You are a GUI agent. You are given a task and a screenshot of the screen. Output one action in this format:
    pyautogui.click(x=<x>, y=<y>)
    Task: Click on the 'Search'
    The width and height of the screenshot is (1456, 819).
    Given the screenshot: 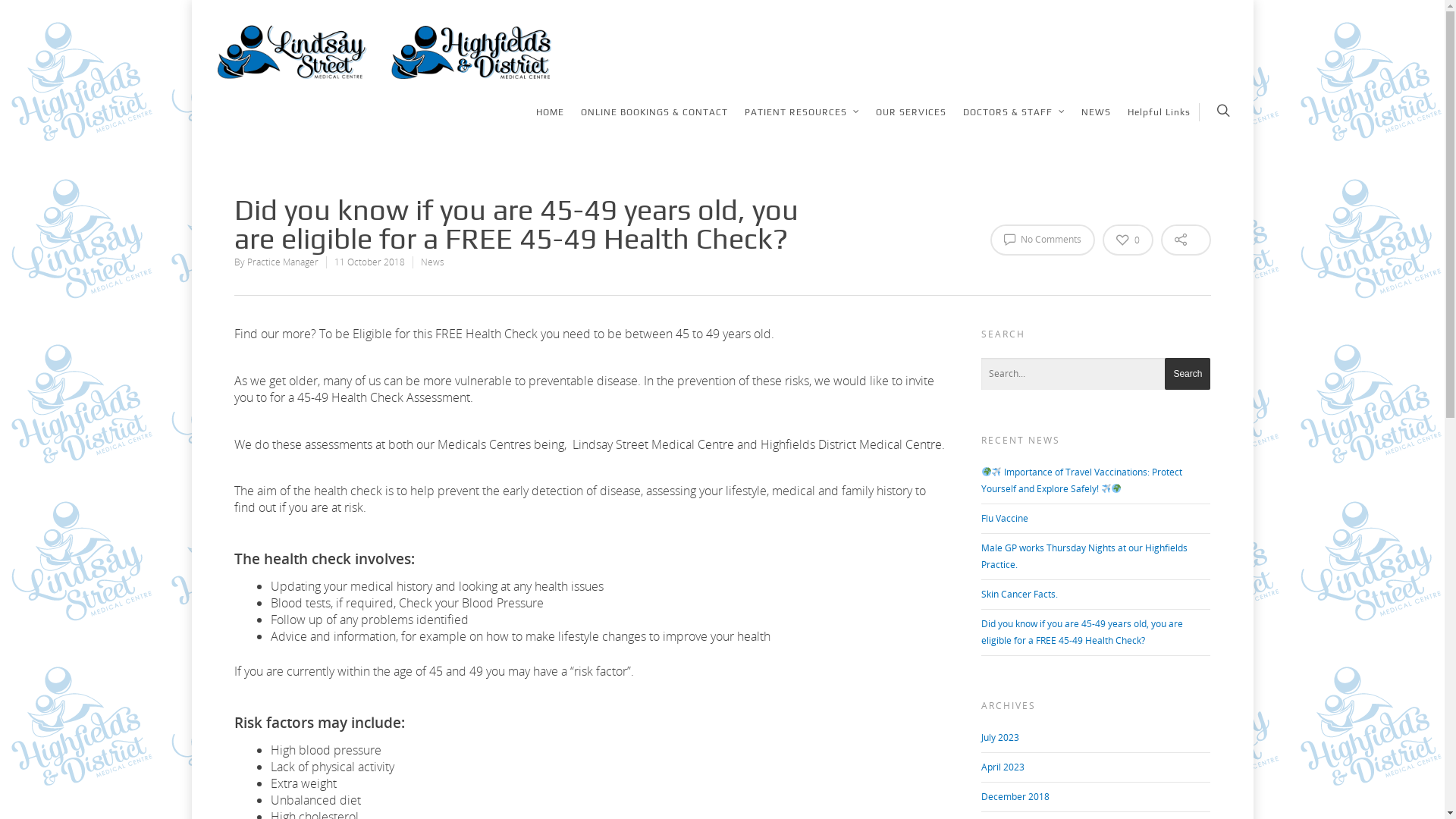 What is the action you would take?
    pyautogui.click(x=1186, y=374)
    